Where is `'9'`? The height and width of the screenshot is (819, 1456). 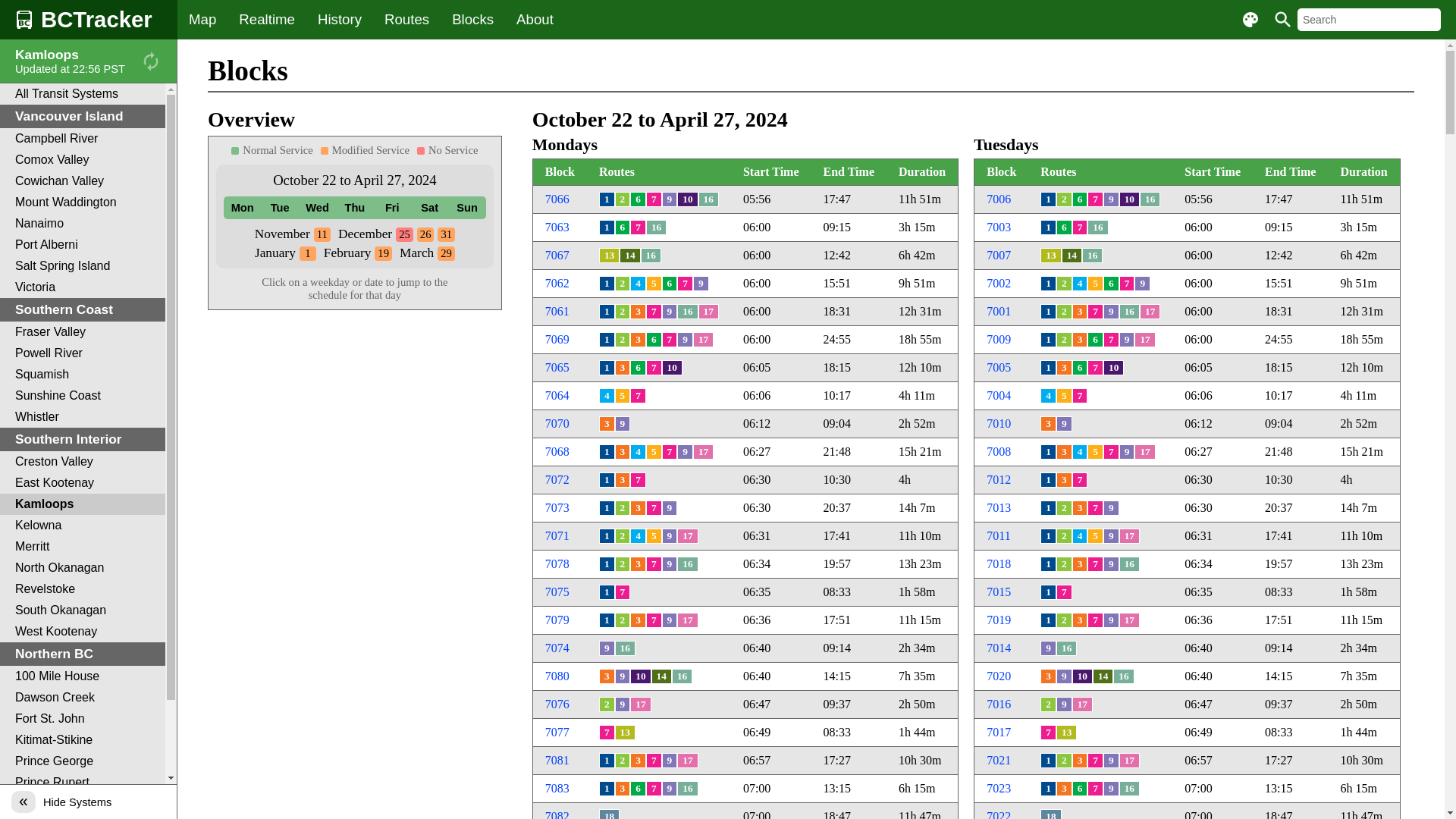 '9' is located at coordinates (1111, 620).